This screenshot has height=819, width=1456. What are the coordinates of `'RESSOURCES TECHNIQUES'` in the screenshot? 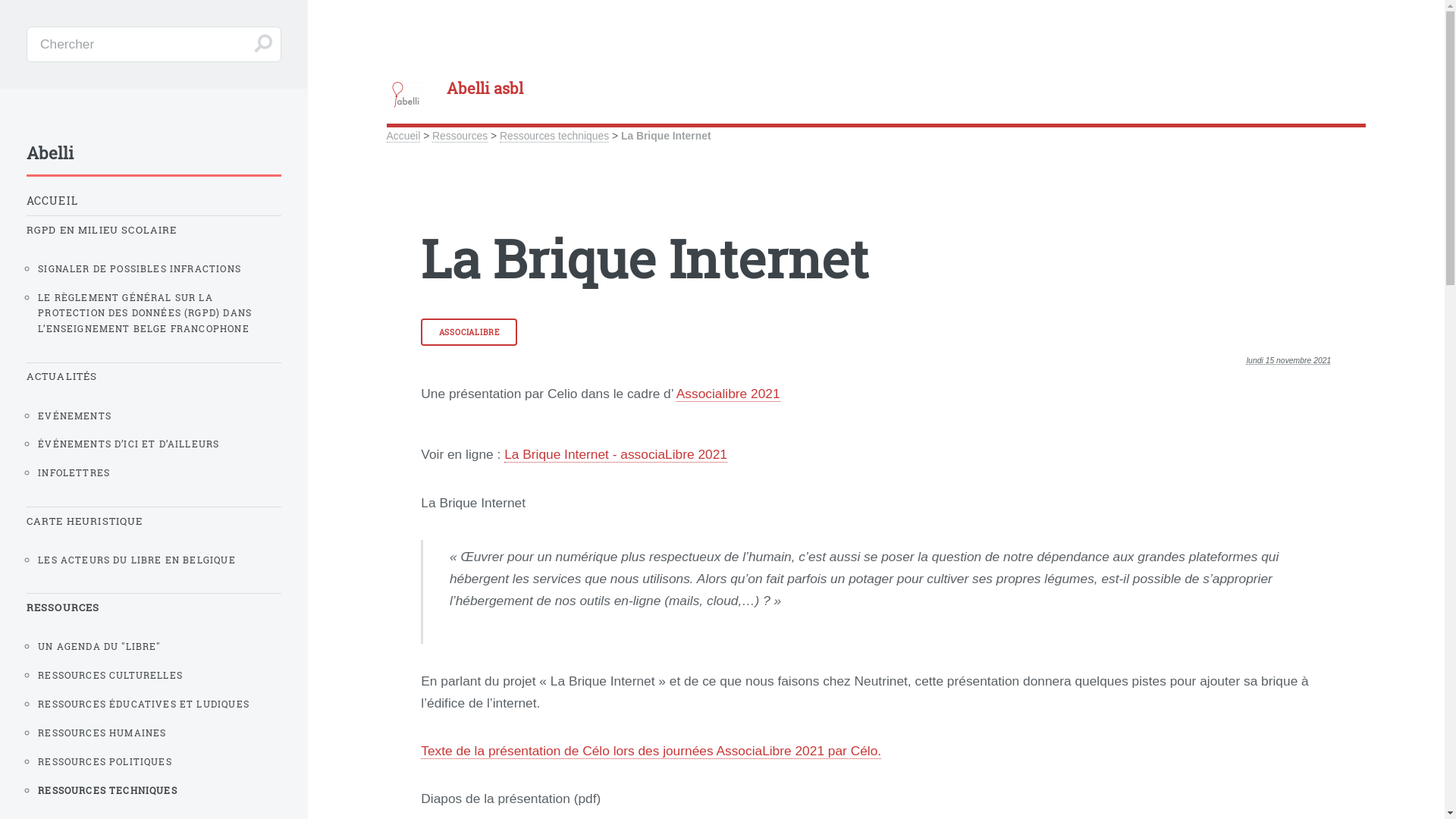 It's located at (159, 789).